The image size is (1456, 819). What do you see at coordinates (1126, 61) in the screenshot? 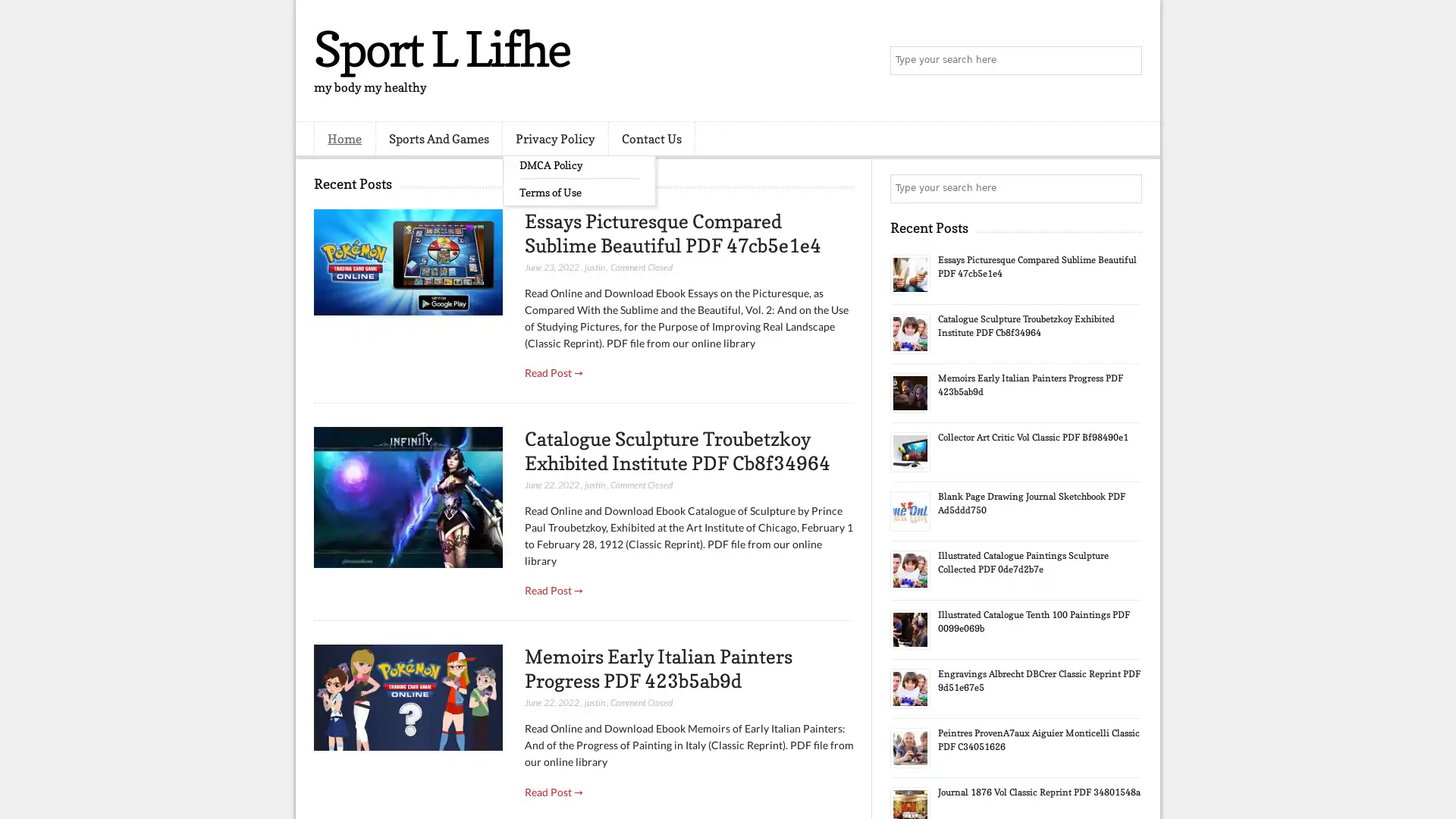
I see `Search` at bounding box center [1126, 61].